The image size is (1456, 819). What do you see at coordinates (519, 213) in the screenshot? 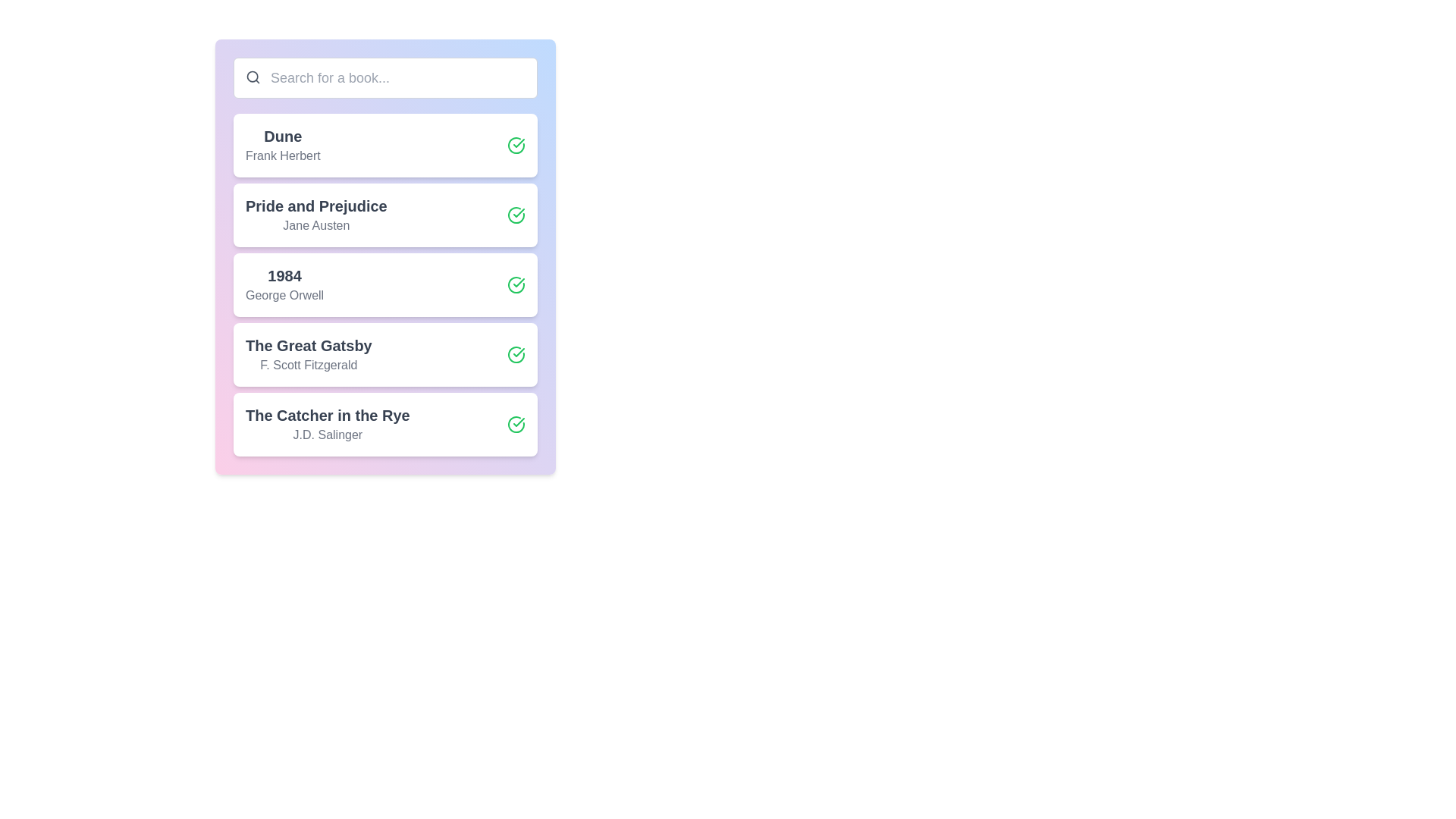
I see `the green checkmark icon associated with 'Pride and Prejudice' by Jane Austen, located on the right side of the second list entry` at bounding box center [519, 213].